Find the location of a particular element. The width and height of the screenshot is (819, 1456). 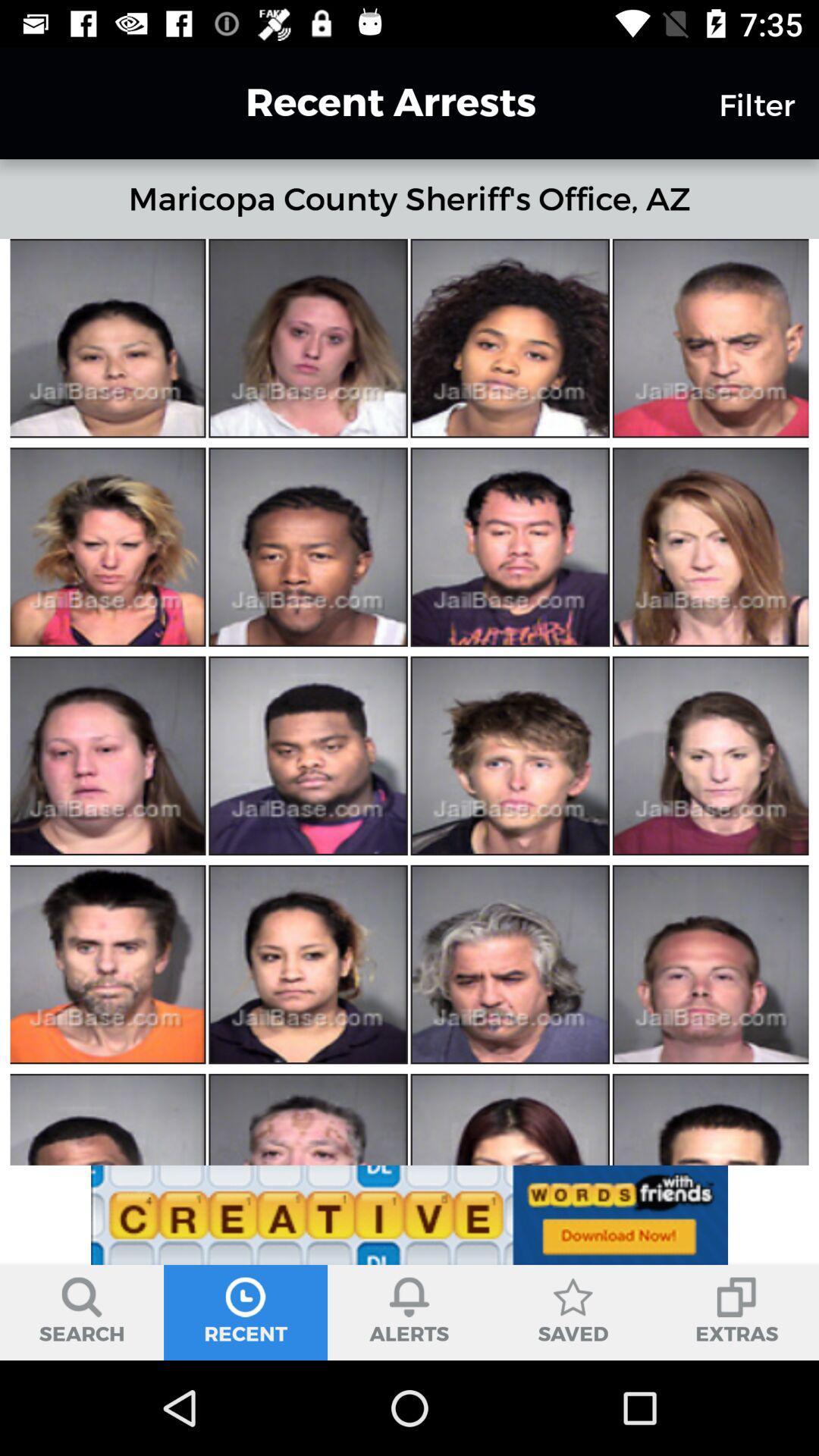

item next to filter icon is located at coordinates (363, 102).